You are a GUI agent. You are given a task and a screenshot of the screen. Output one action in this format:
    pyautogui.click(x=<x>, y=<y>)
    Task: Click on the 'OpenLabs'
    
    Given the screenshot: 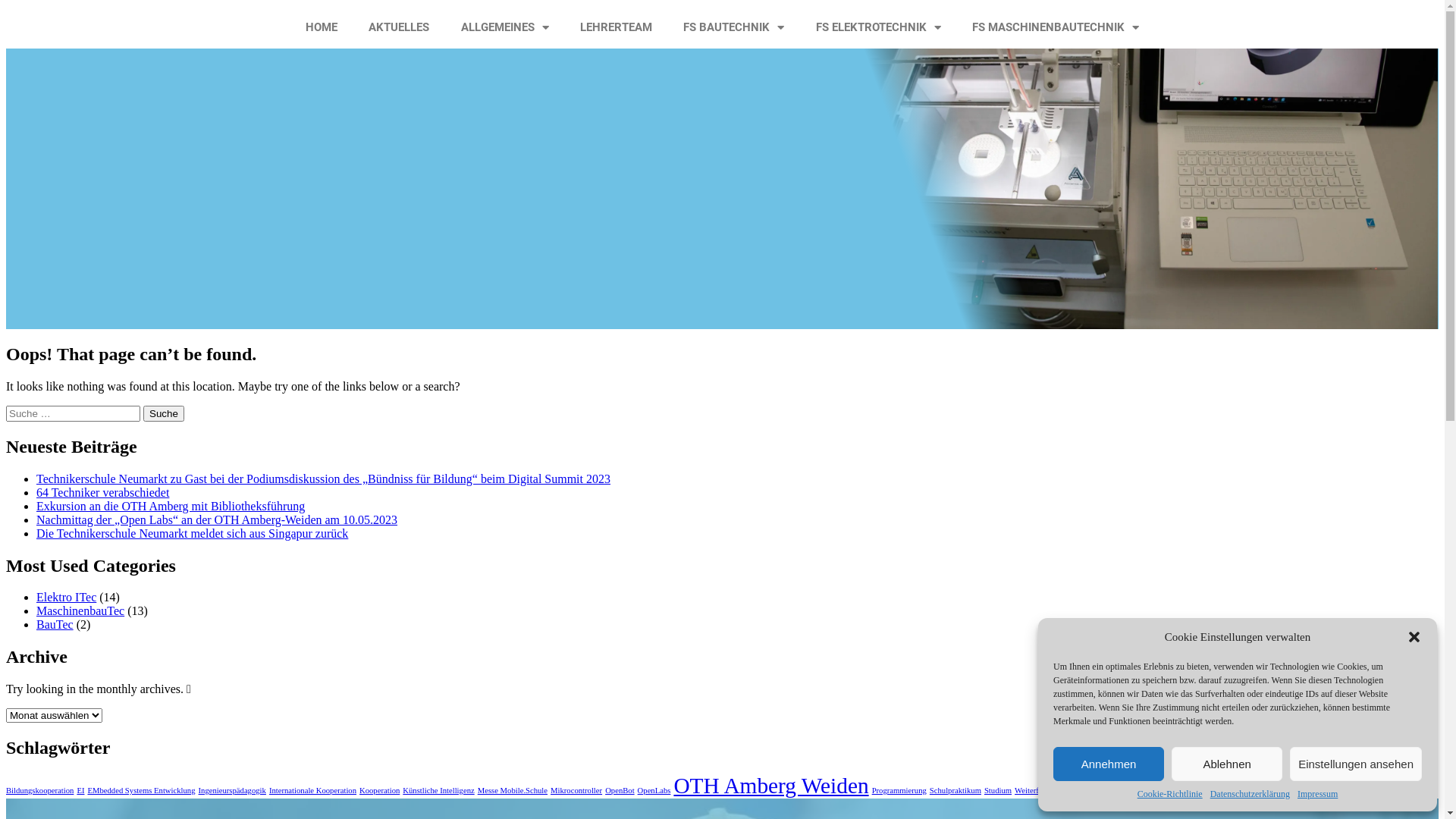 What is the action you would take?
    pyautogui.click(x=654, y=789)
    